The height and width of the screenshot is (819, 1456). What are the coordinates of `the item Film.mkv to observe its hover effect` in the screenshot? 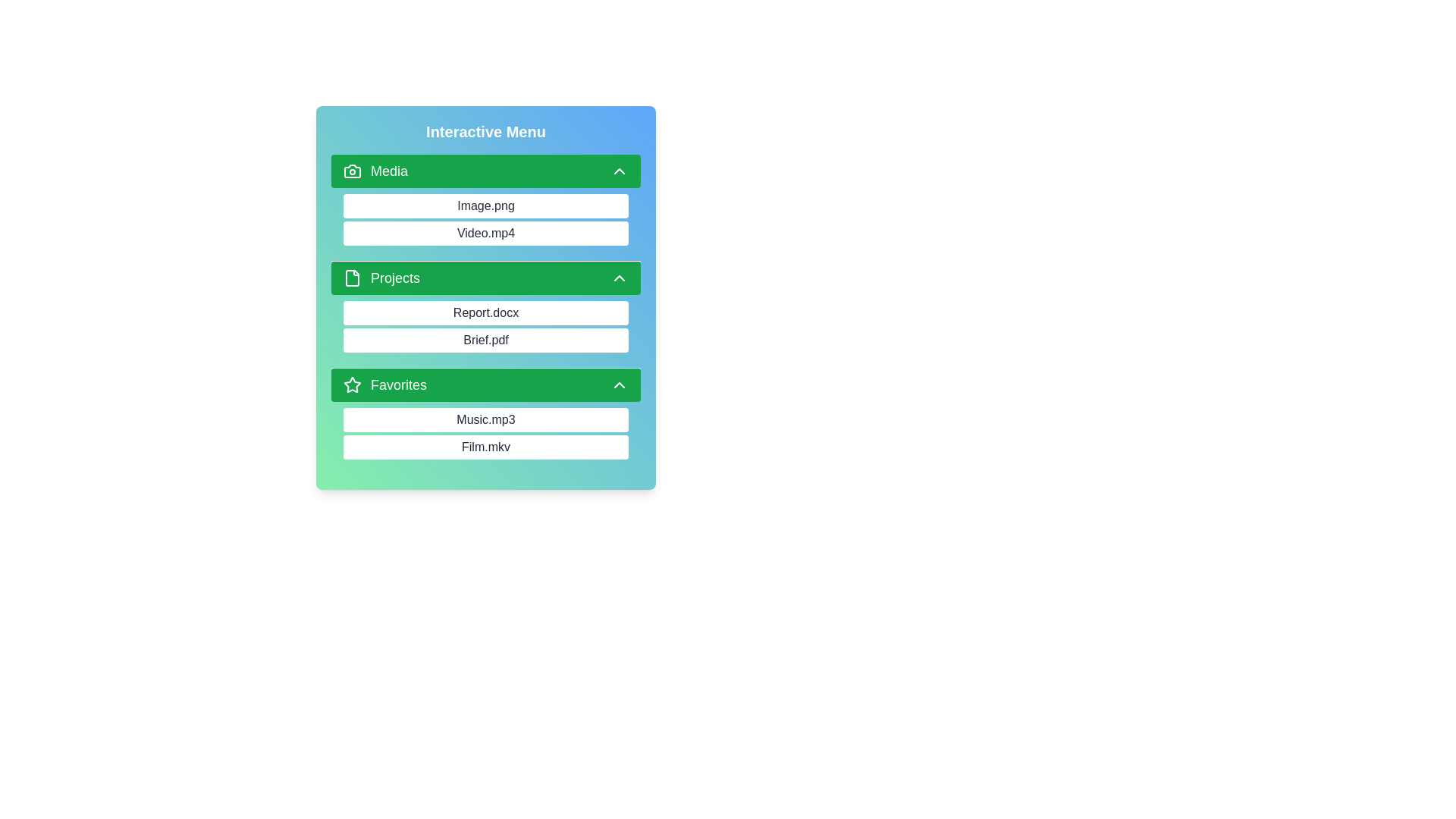 It's located at (486, 447).